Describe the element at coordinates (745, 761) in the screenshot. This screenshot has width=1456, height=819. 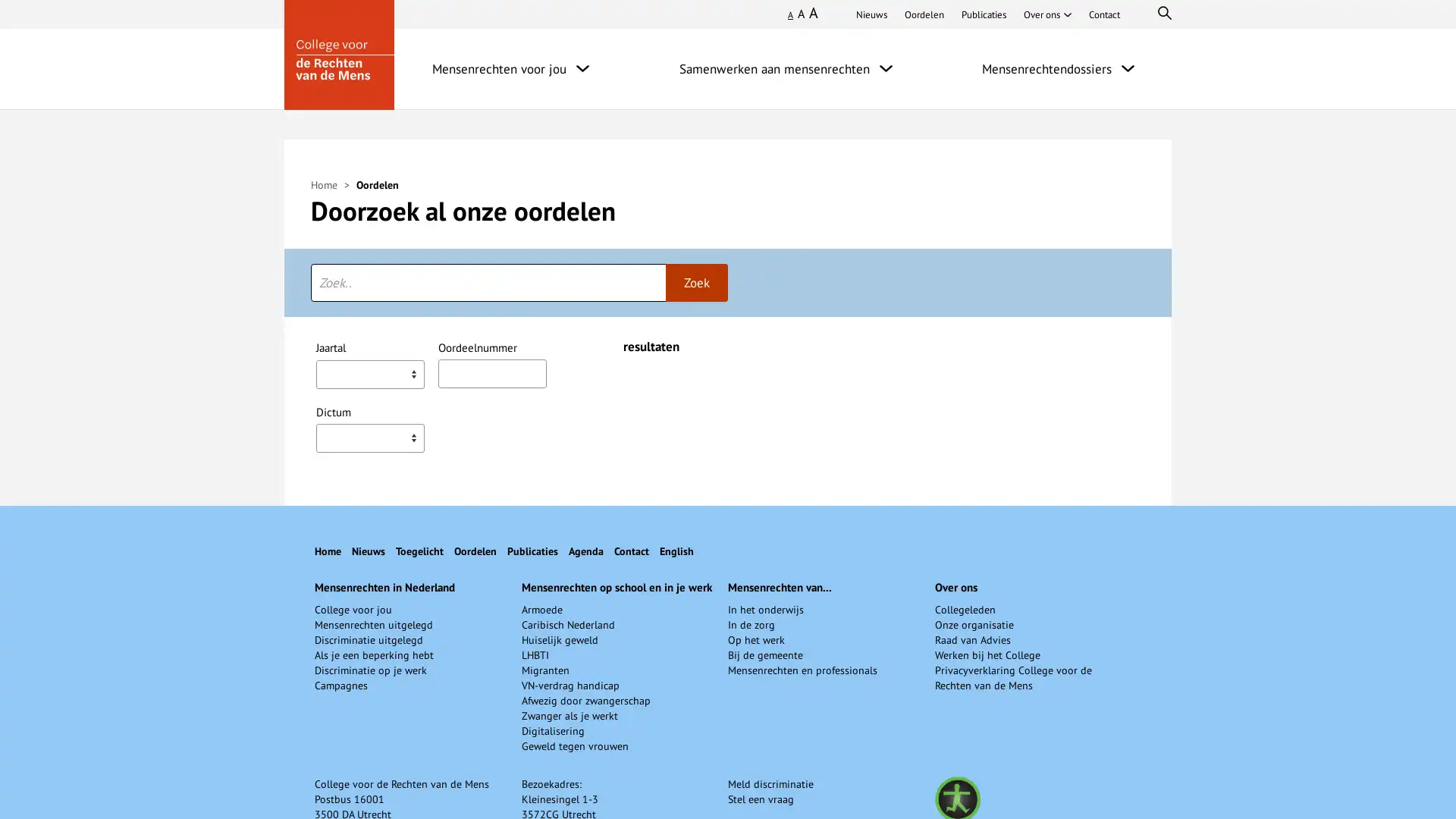
I see `Aangaan arbeidsverhouding,` at that location.